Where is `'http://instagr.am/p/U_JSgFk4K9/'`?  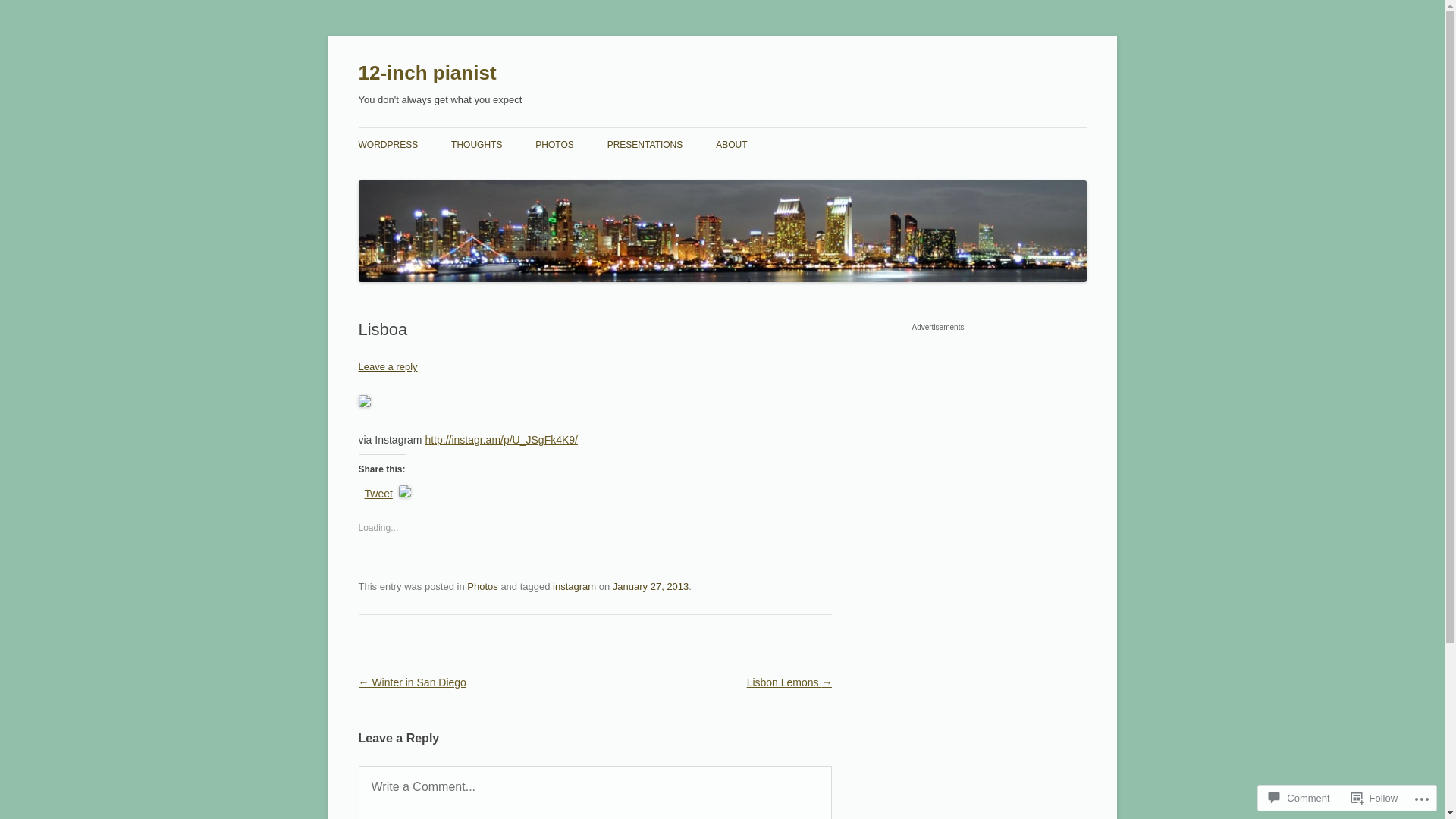 'http://instagr.am/p/U_JSgFk4K9/' is located at coordinates (501, 439).